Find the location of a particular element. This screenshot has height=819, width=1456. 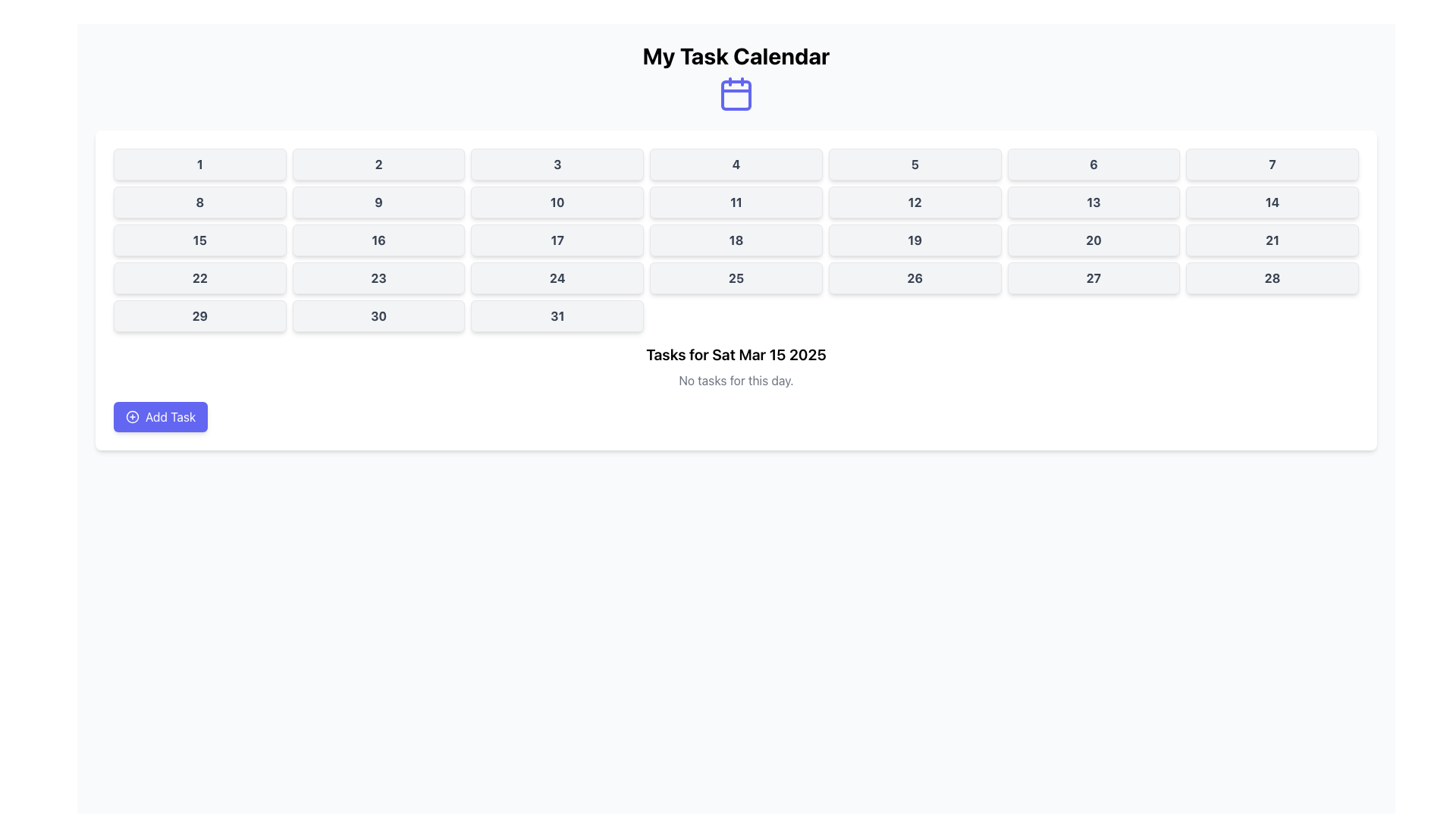

the fourth button in the first row of the calendar interface is located at coordinates (736, 164).